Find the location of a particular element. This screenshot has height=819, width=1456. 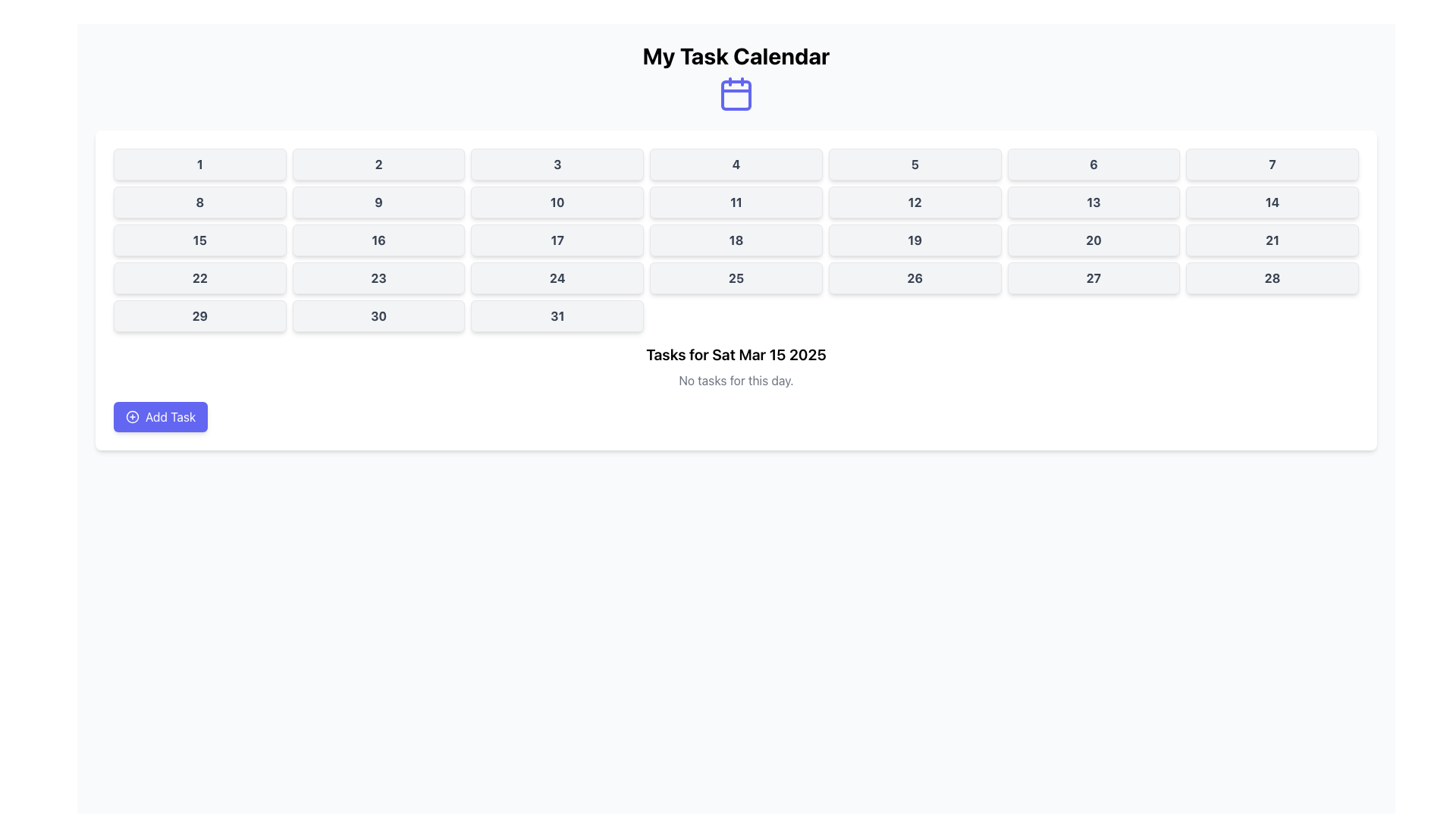

the fourth button in the first row of the calendar interface is located at coordinates (736, 164).